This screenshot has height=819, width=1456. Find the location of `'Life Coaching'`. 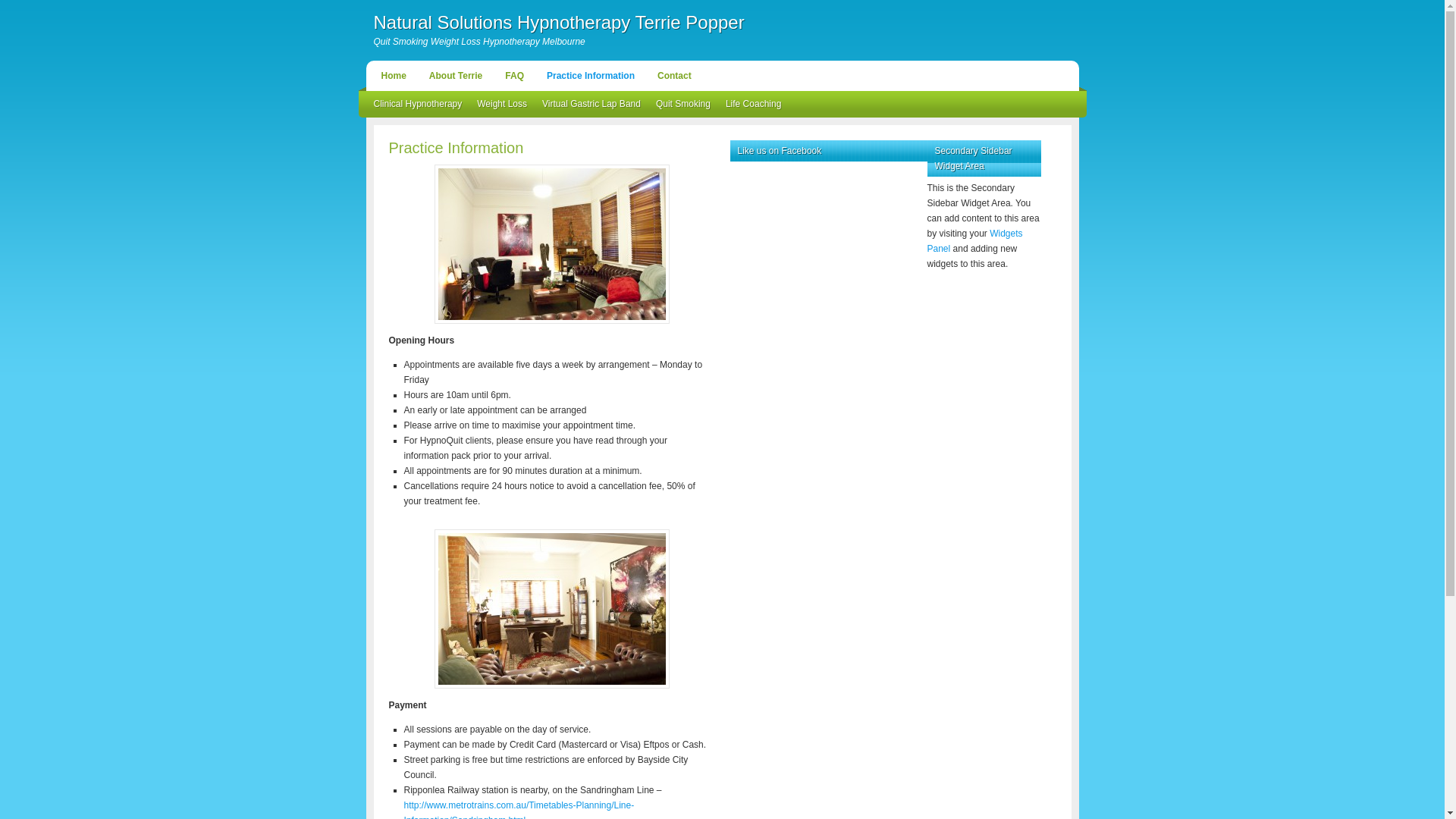

'Life Coaching' is located at coordinates (753, 103).